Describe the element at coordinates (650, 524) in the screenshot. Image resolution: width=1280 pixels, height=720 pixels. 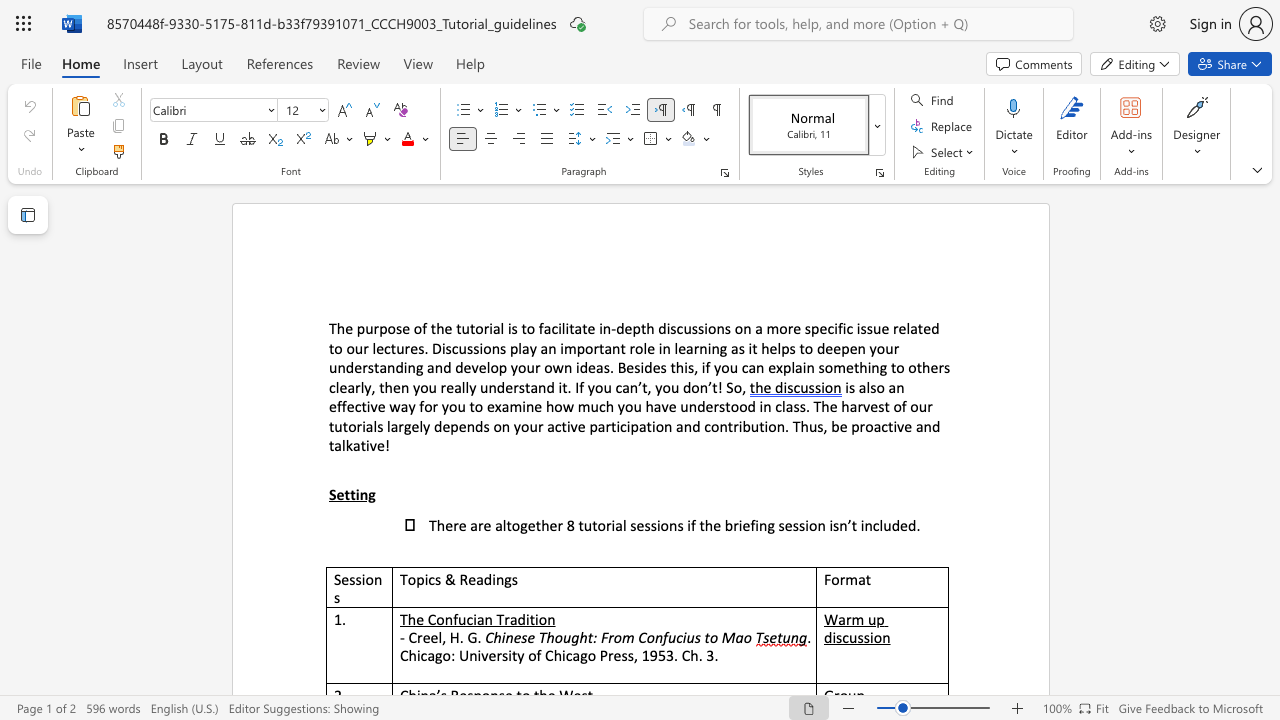
I see `the subset text "sions if the briefin" within the text "There are altogether 8 tutorial sessions if the briefing session"` at that location.